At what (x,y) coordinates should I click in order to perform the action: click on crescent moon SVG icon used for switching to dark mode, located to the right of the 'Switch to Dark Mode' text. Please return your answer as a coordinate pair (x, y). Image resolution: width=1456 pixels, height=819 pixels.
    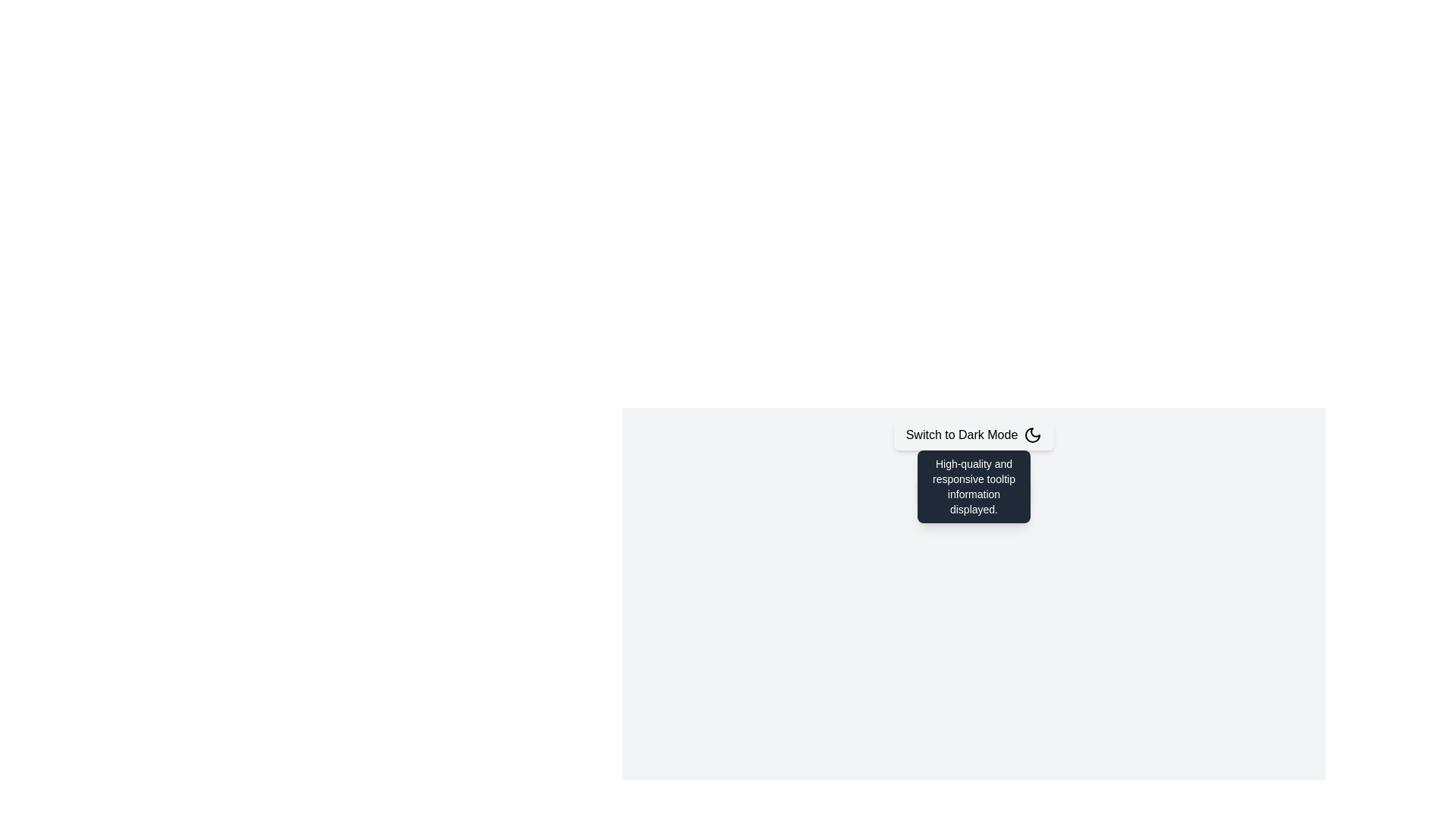
    Looking at the image, I should click on (1032, 435).